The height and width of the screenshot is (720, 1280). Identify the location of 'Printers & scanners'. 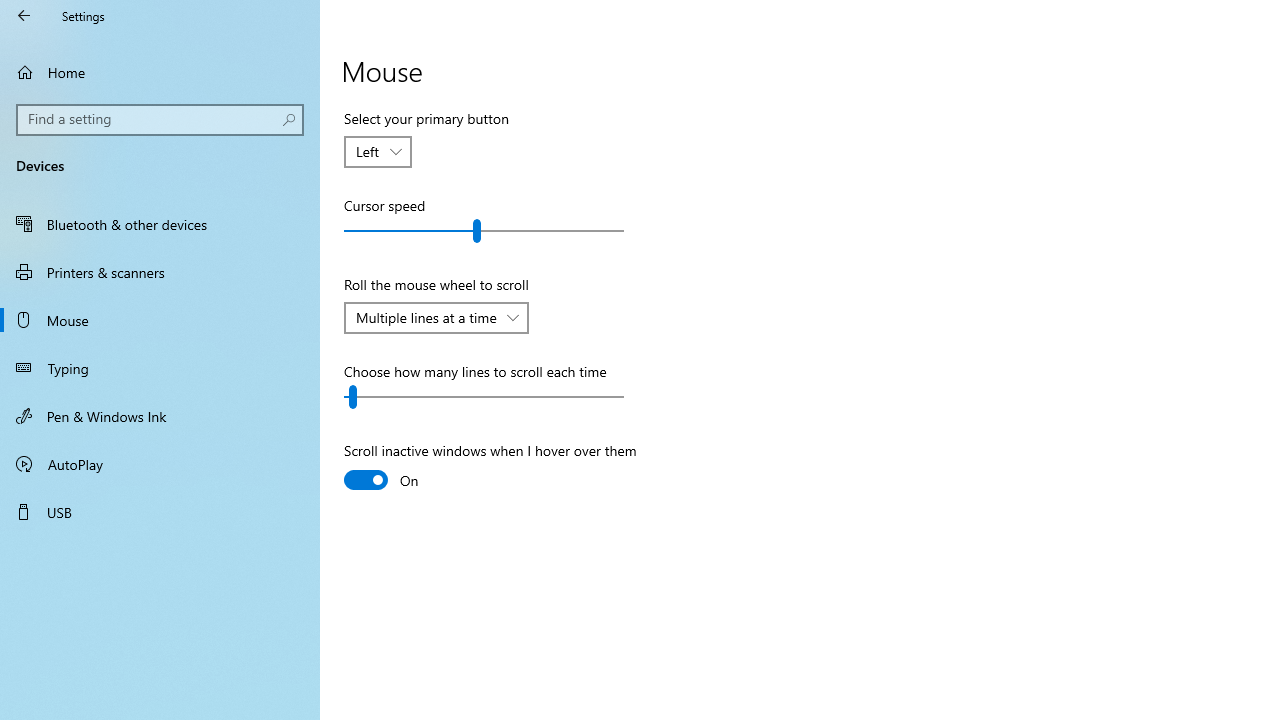
(160, 271).